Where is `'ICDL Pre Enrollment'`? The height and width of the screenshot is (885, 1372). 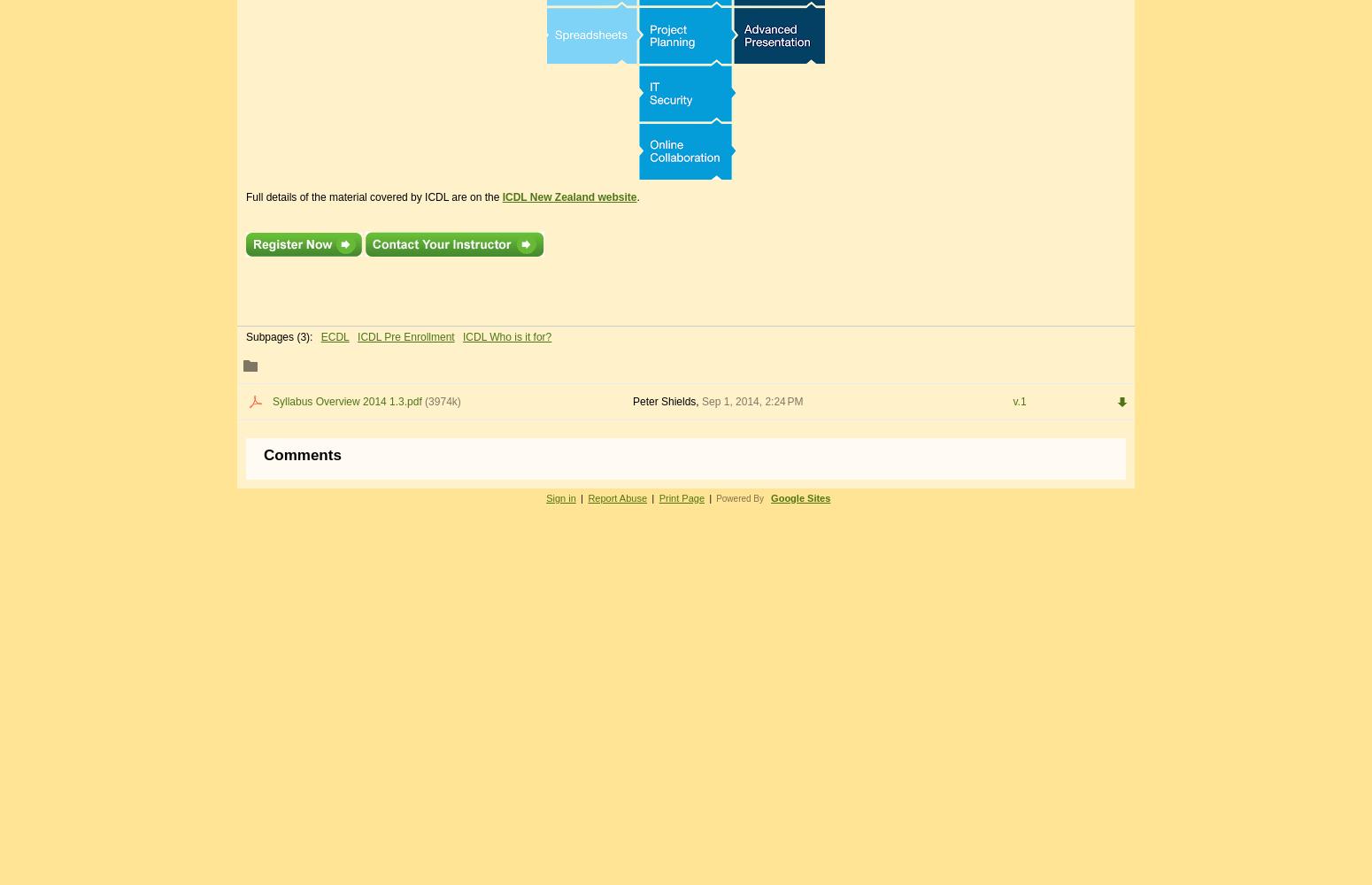
'ICDL Pre Enrollment' is located at coordinates (405, 336).